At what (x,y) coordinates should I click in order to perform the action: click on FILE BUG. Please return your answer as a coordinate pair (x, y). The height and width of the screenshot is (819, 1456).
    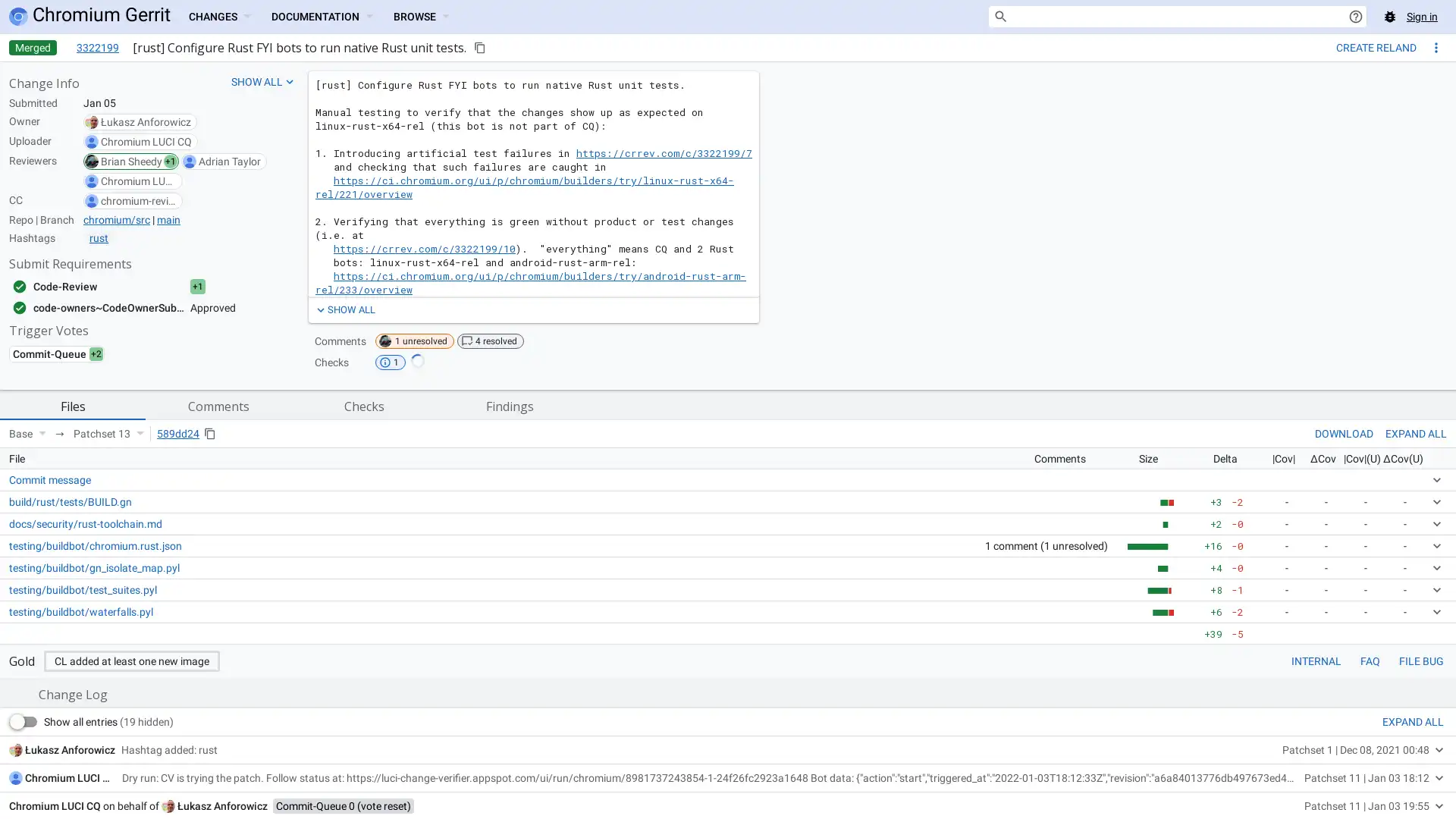
    Looking at the image, I should click on (1420, 660).